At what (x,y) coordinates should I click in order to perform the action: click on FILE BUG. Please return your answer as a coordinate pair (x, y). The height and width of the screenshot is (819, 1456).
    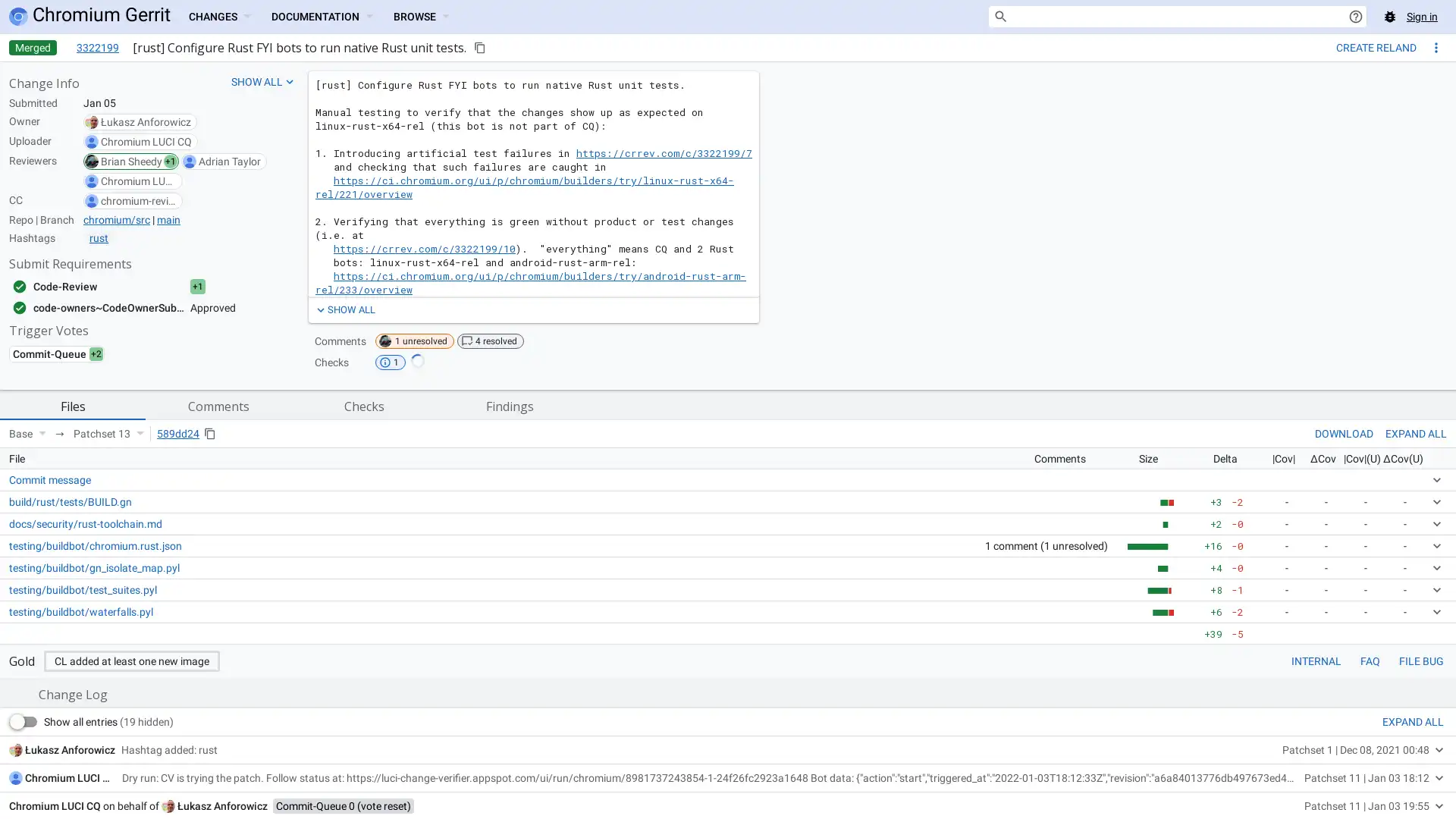
    Looking at the image, I should click on (1420, 660).